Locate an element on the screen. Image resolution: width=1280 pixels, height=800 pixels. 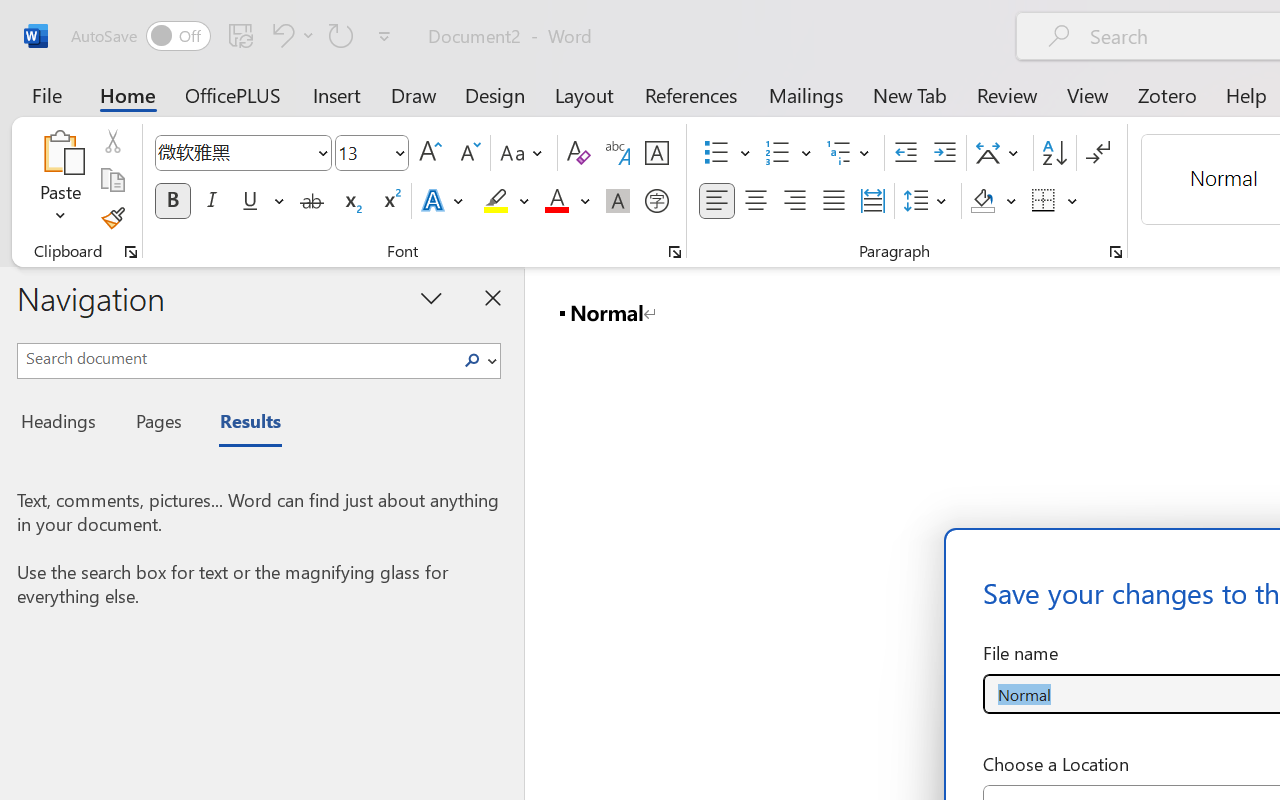
'Office Clipboard...' is located at coordinates (130, 251).